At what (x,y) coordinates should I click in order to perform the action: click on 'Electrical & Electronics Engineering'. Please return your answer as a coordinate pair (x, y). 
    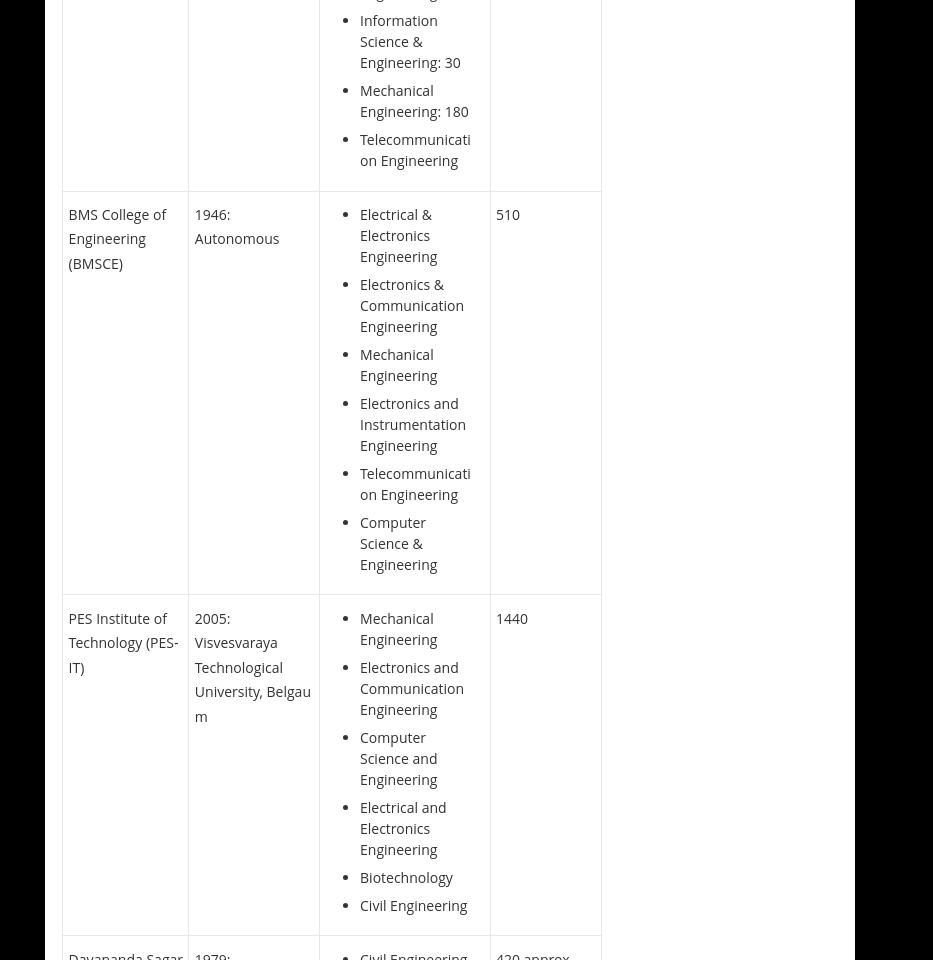
    Looking at the image, I should click on (398, 234).